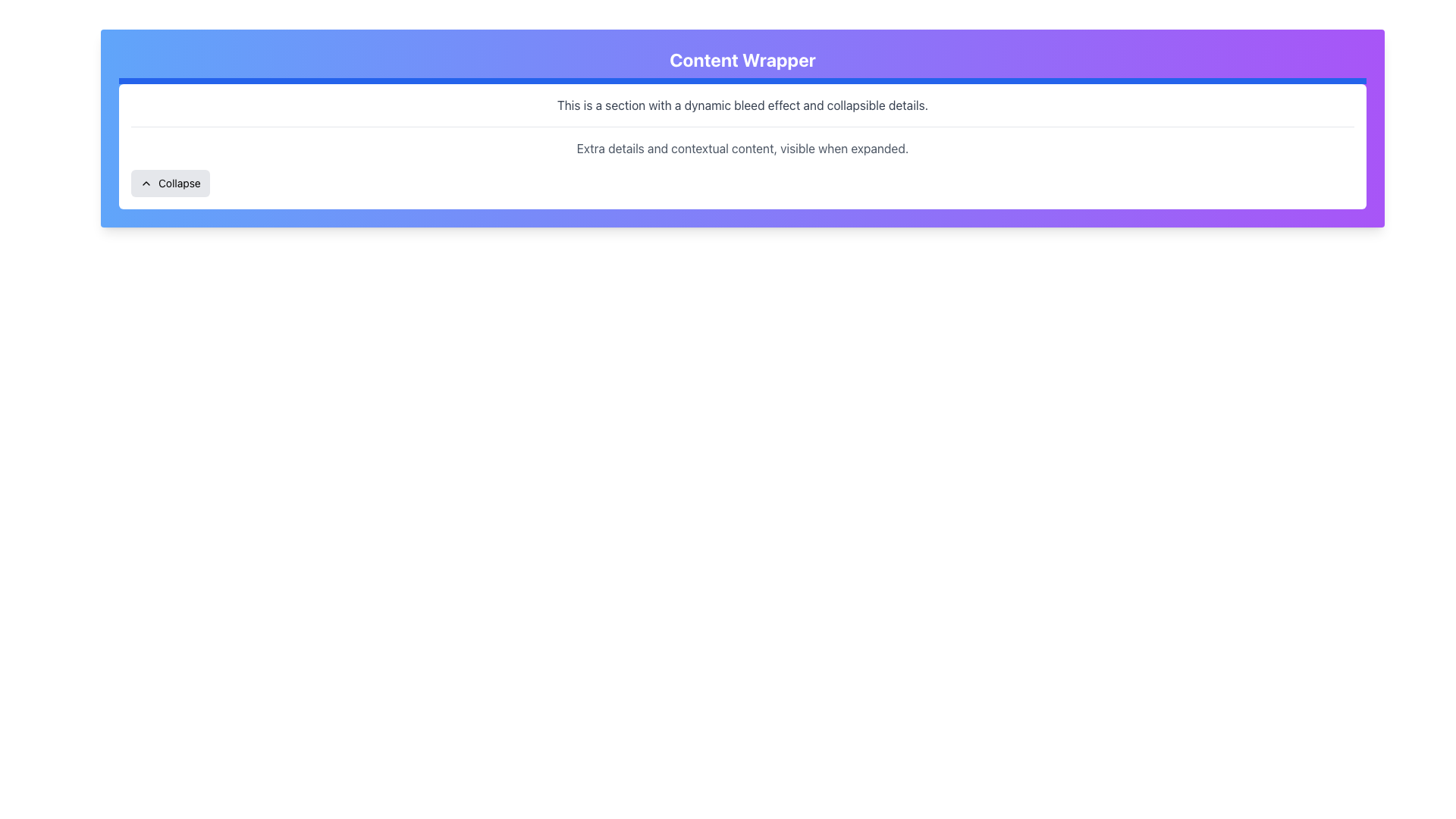  I want to click on the text element displaying 'Content Wrapper', which is styled in bold and large font against a gradient background, so click(742, 58).